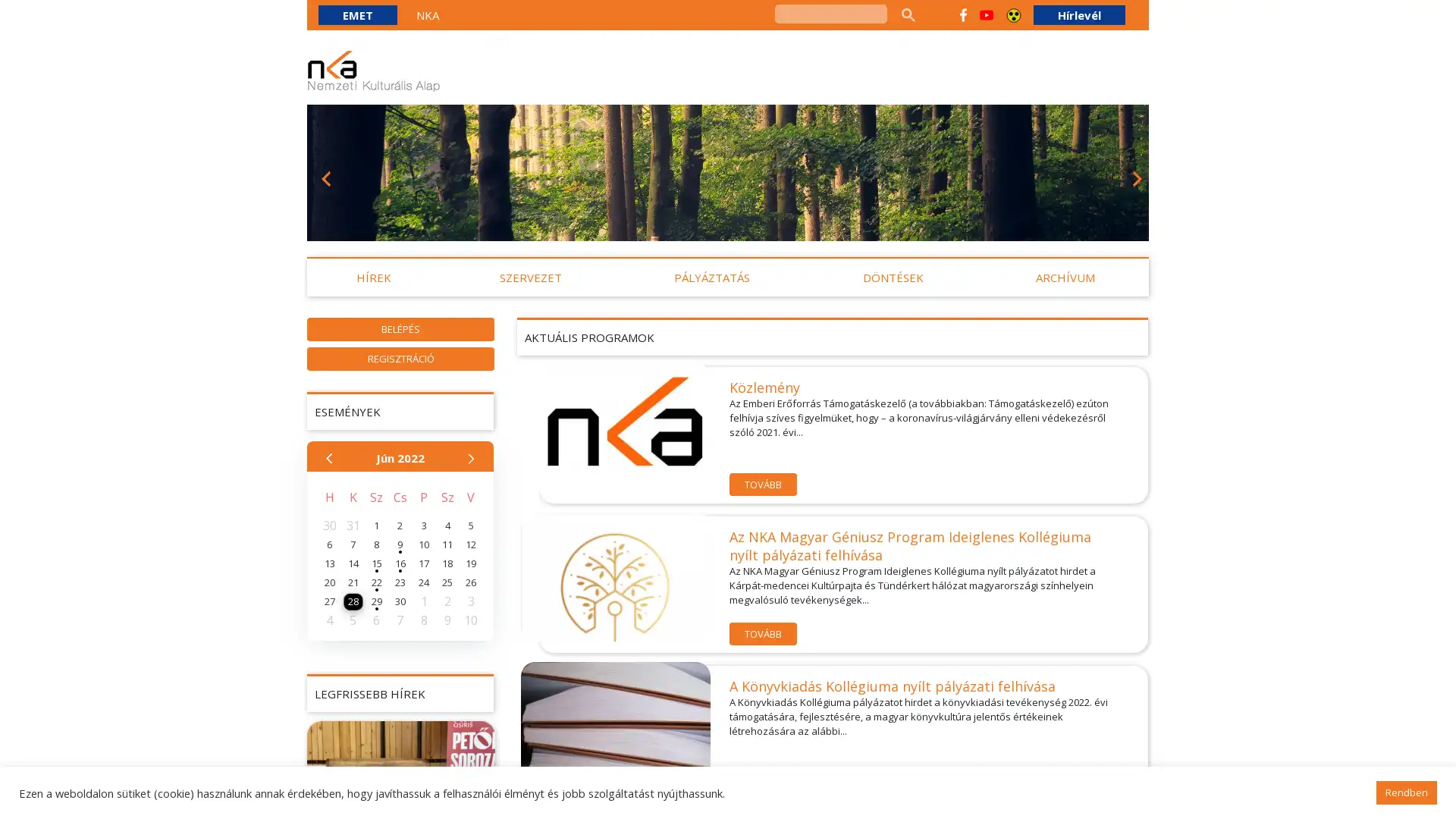  What do you see at coordinates (892, 278) in the screenshot?
I see `DONTESEK` at bounding box center [892, 278].